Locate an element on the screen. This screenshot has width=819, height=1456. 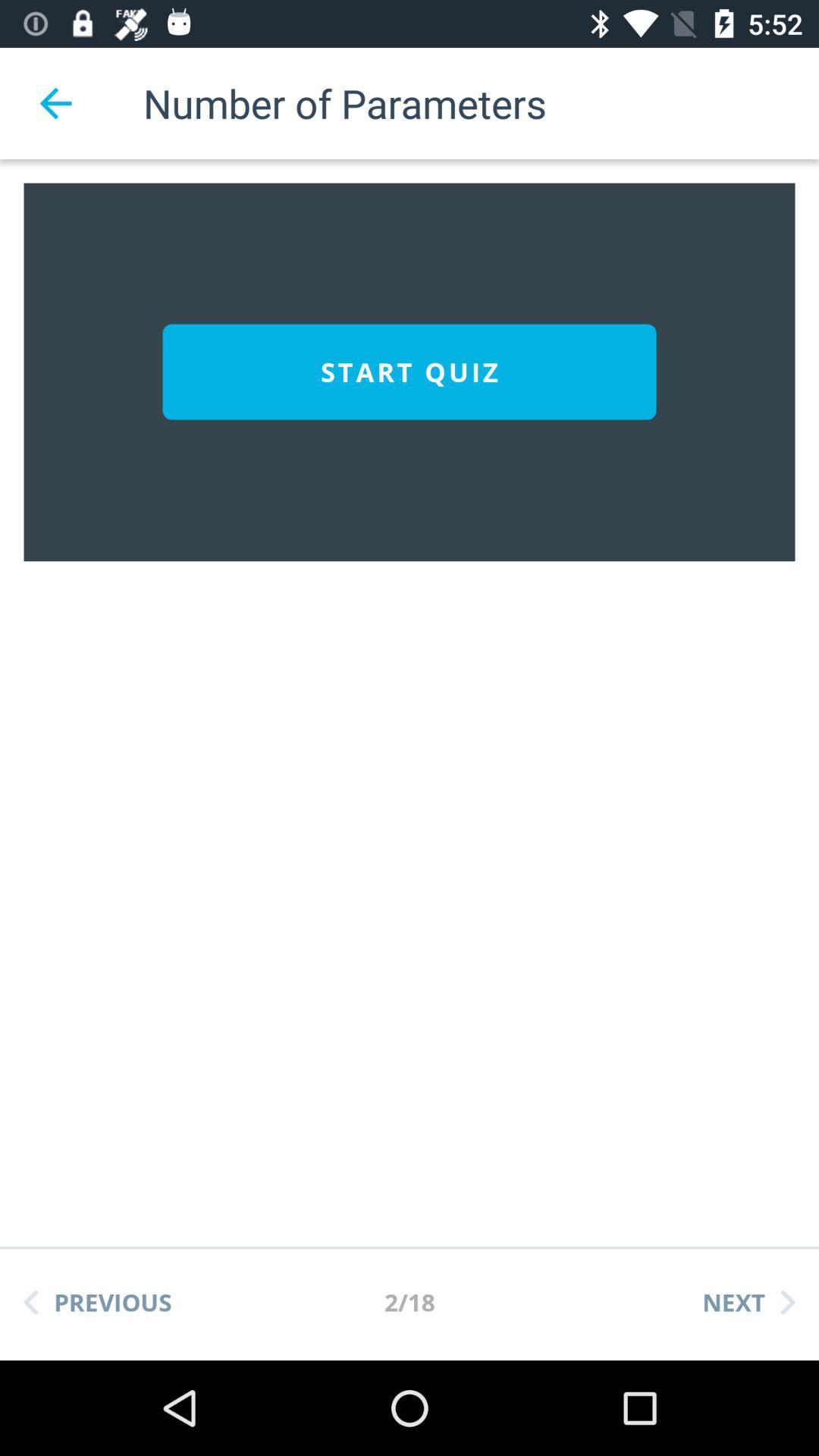
the previous at the bottom left corner is located at coordinates (97, 1301).